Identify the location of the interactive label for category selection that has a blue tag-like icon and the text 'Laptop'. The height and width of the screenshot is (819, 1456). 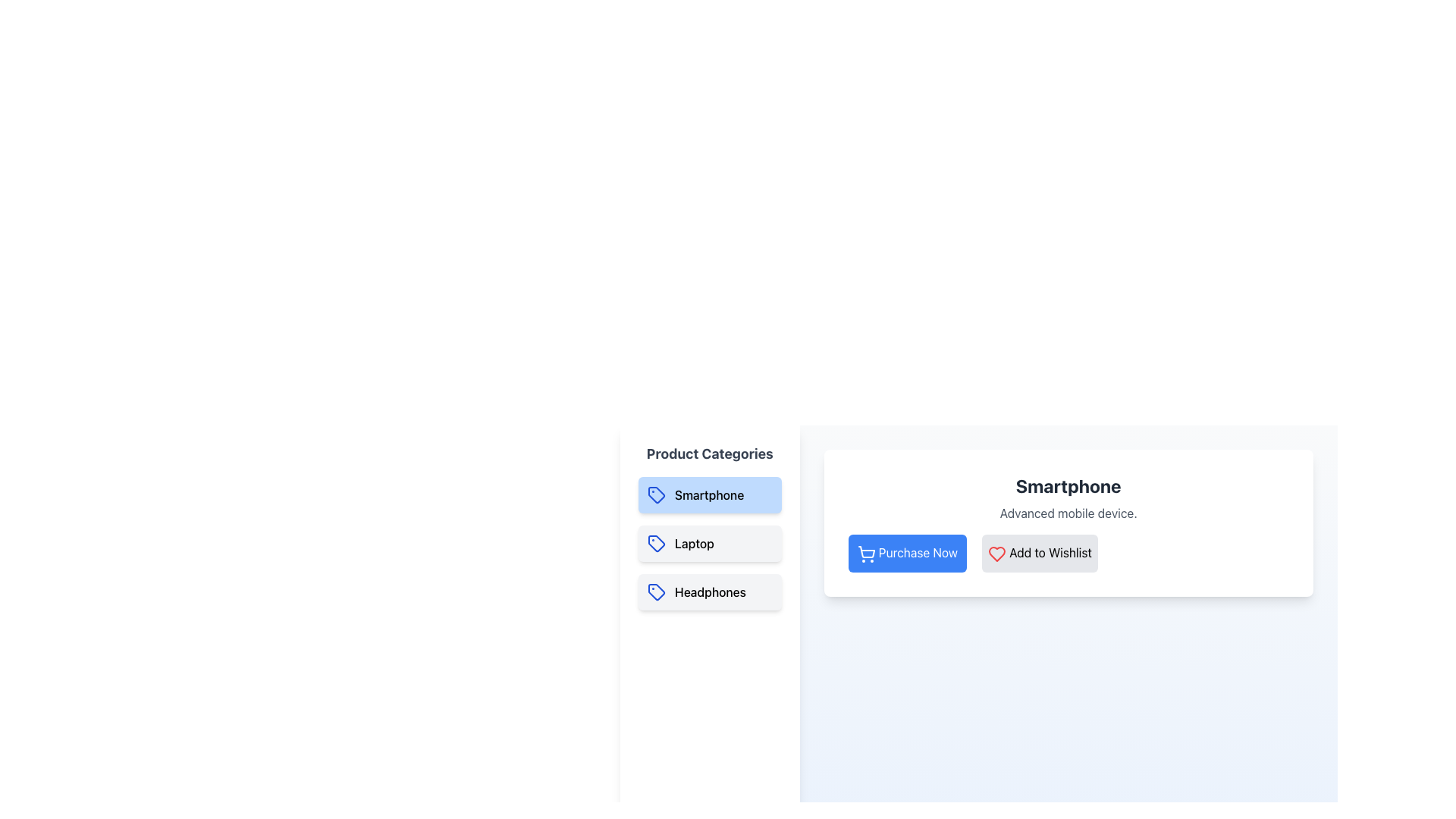
(709, 543).